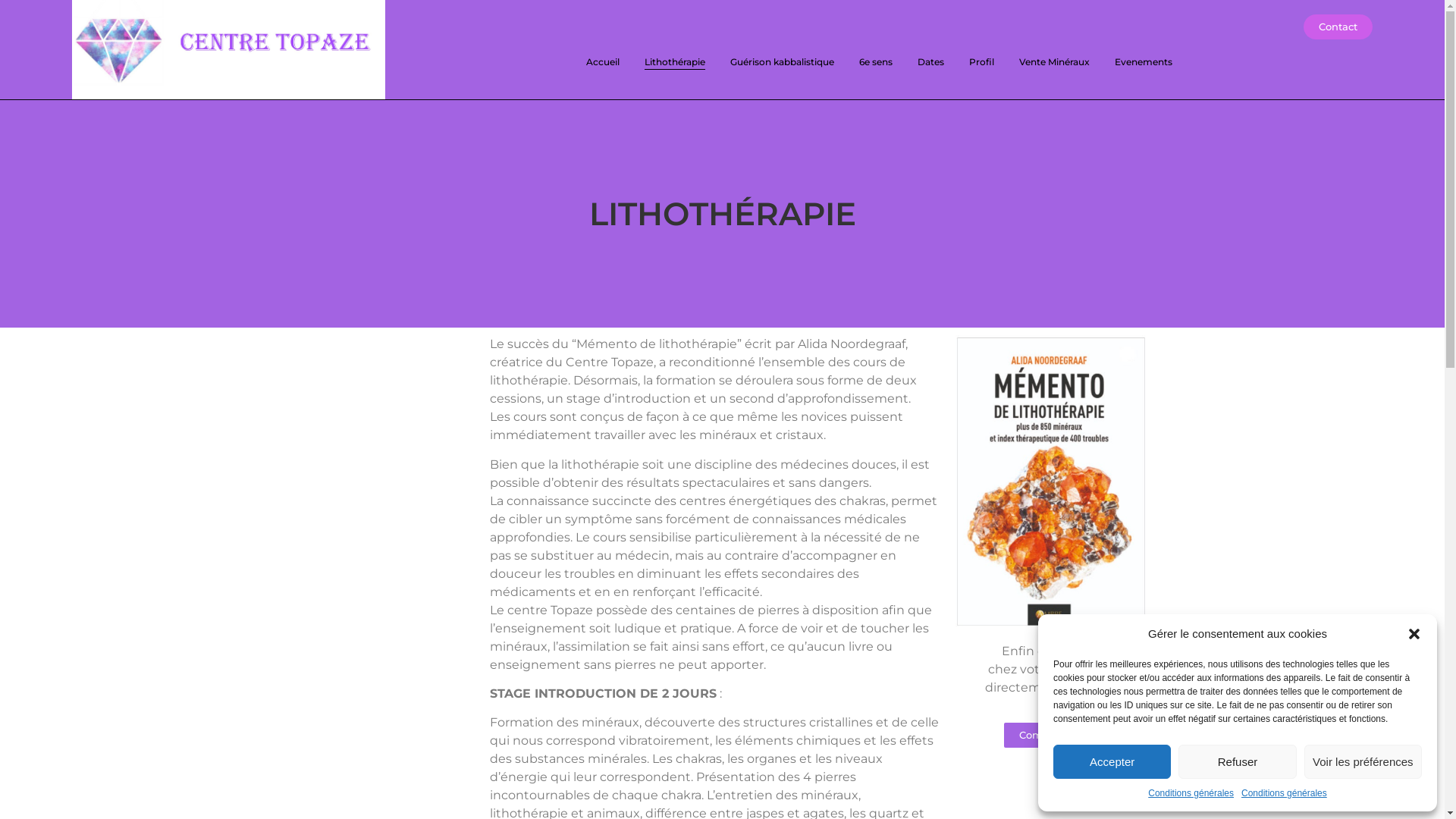 The width and height of the screenshot is (1456, 819). What do you see at coordinates (601, 61) in the screenshot?
I see `'Accueil'` at bounding box center [601, 61].